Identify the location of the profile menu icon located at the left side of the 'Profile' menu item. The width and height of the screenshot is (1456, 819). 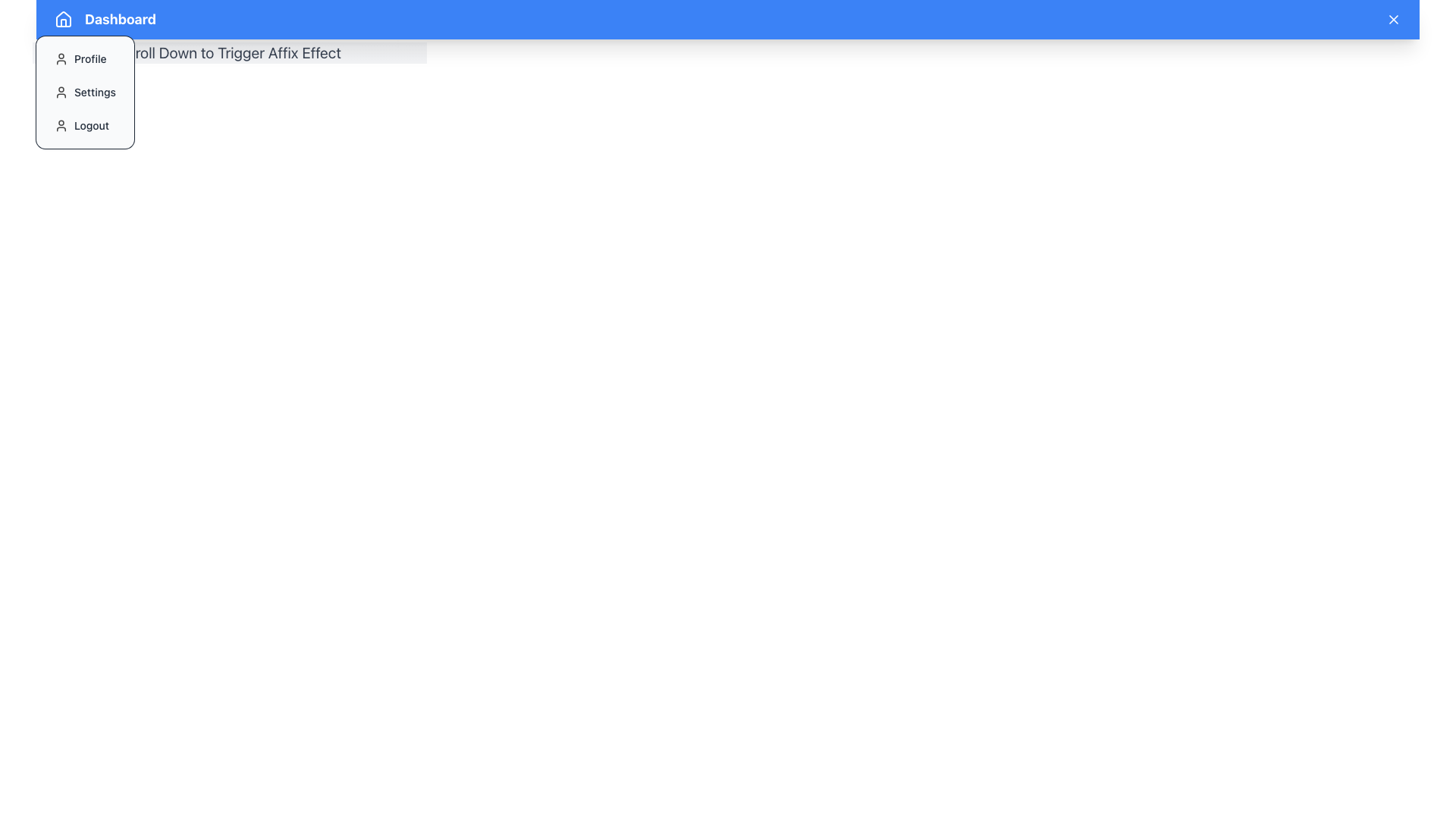
(61, 58).